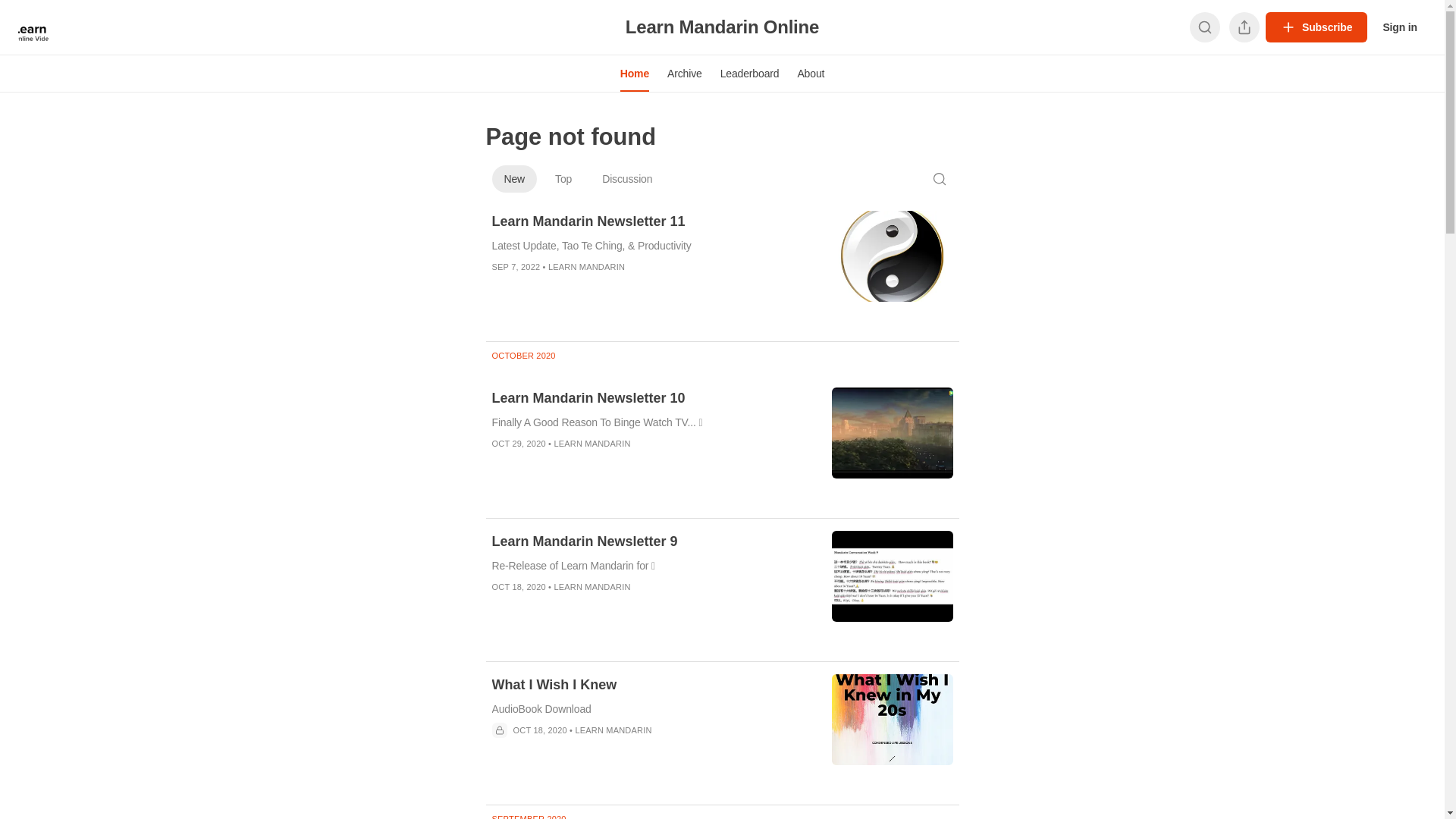 This screenshot has height=819, width=1456. What do you see at coordinates (651, 540) in the screenshot?
I see `'Learn Mandarin Newsletter 9'` at bounding box center [651, 540].